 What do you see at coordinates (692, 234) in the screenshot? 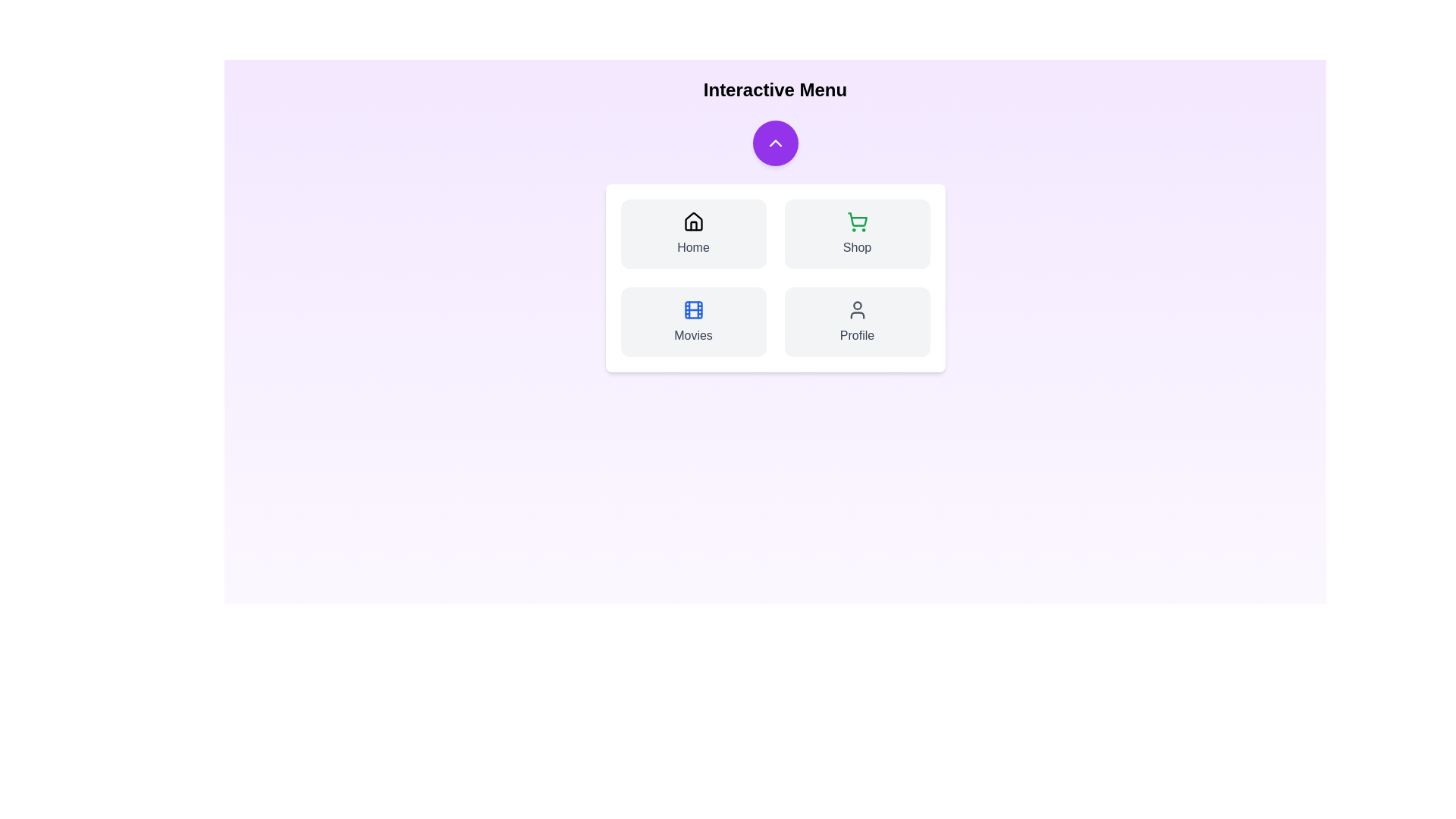
I see `the Home button in the InteractiveNavbar component` at bounding box center [692, 234].